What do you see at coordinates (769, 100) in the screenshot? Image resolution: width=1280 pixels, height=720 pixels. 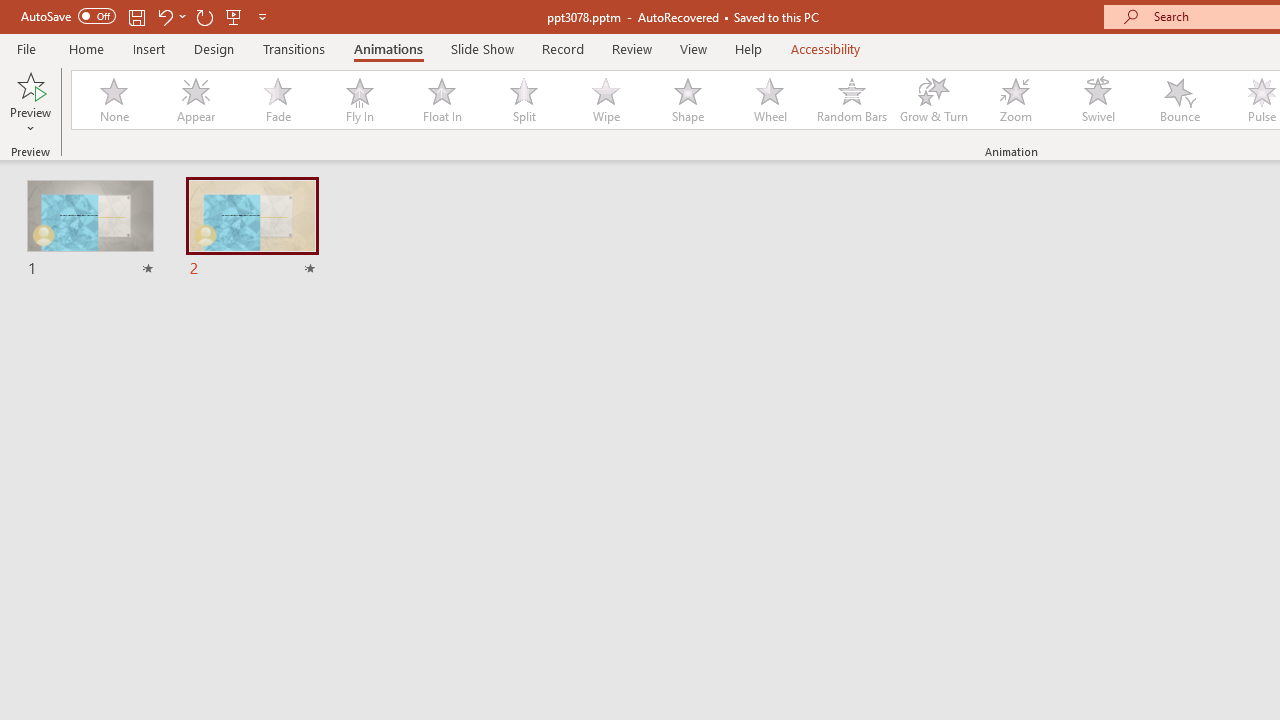 I see `'Wheel'` at bounding box center [769, 100].